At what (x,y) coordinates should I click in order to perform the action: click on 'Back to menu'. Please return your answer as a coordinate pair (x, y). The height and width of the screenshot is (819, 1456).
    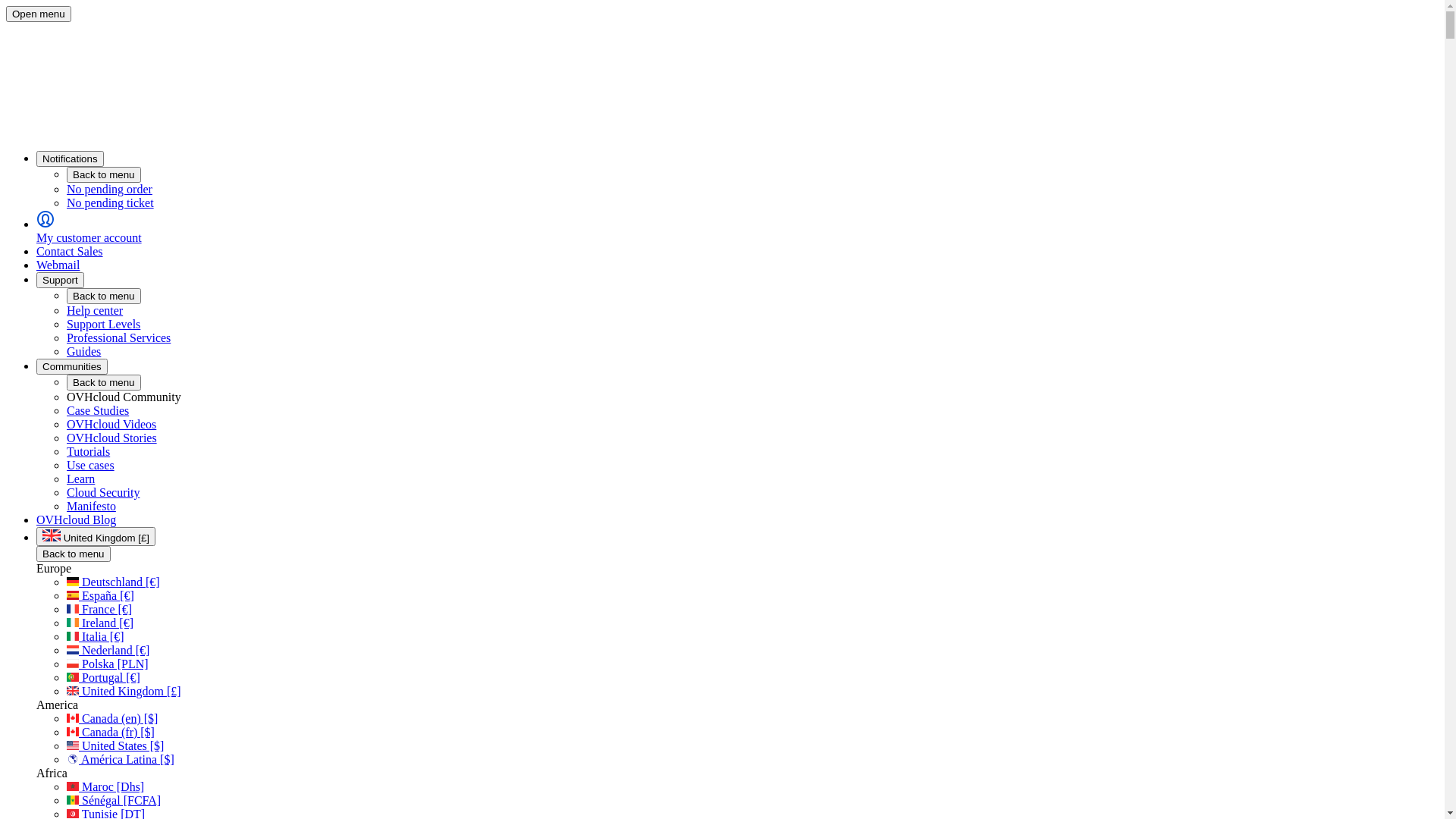
    Looking at the image, I should click on (103, 381).